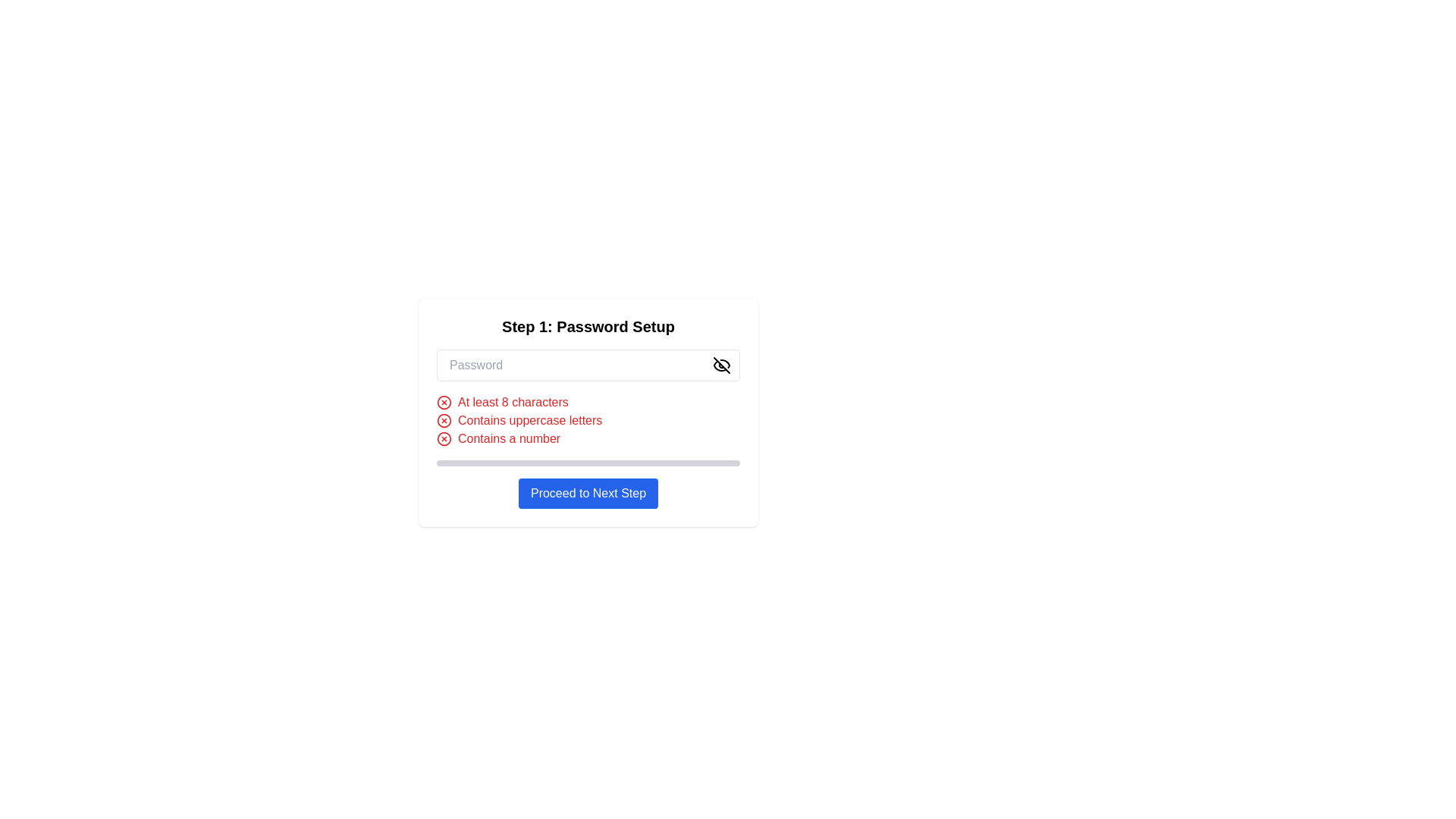 This screenshot has width=1456, height=819. Describe the element at coordinates (720, 366) in the screenshot. I see `the visibility toggle icon button located on the right side of the password input field` at that location.